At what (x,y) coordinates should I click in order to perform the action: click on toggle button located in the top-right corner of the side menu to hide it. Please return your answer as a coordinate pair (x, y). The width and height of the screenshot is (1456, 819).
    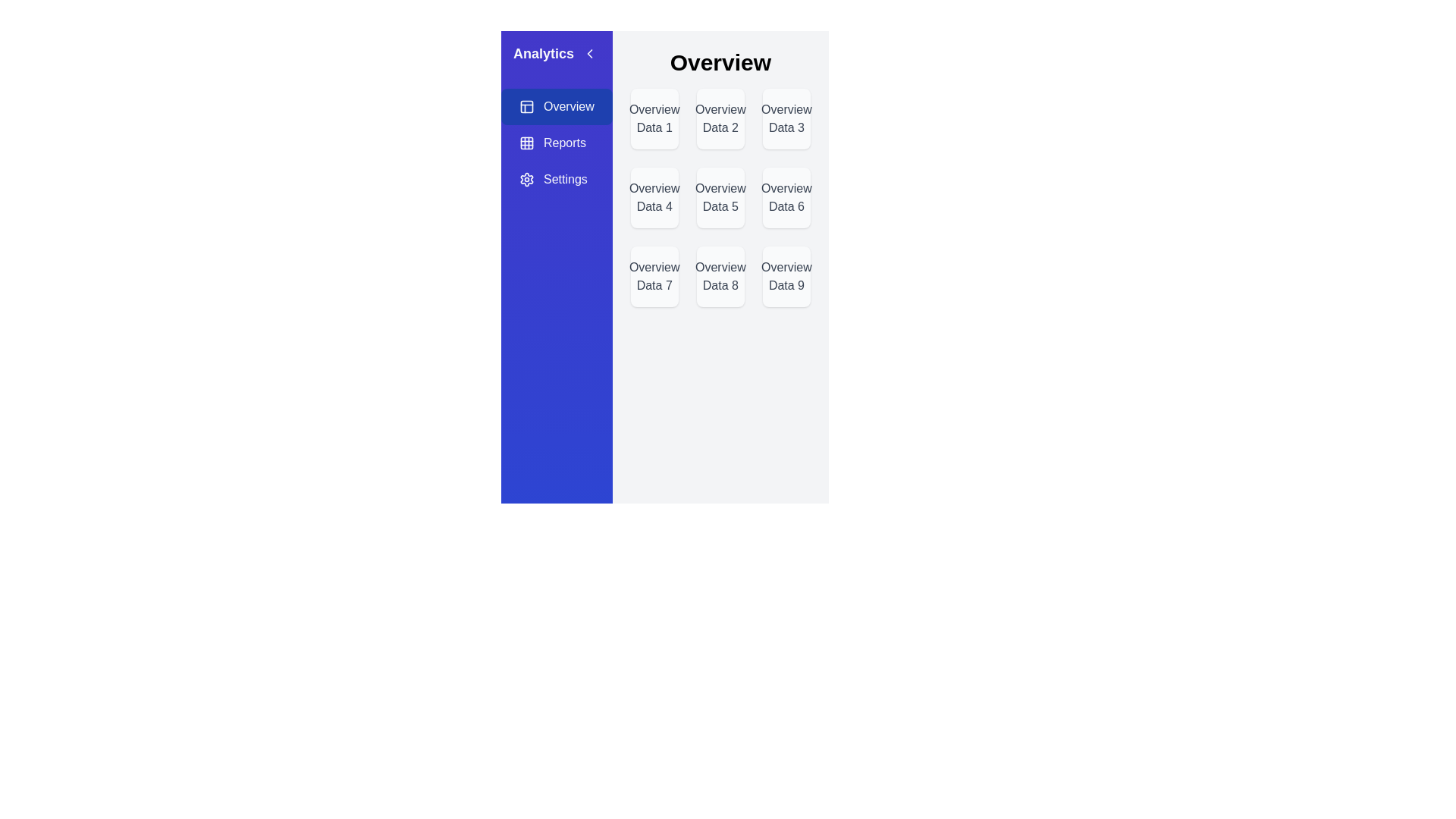
    Looking at the image, I should click on (588, 52).